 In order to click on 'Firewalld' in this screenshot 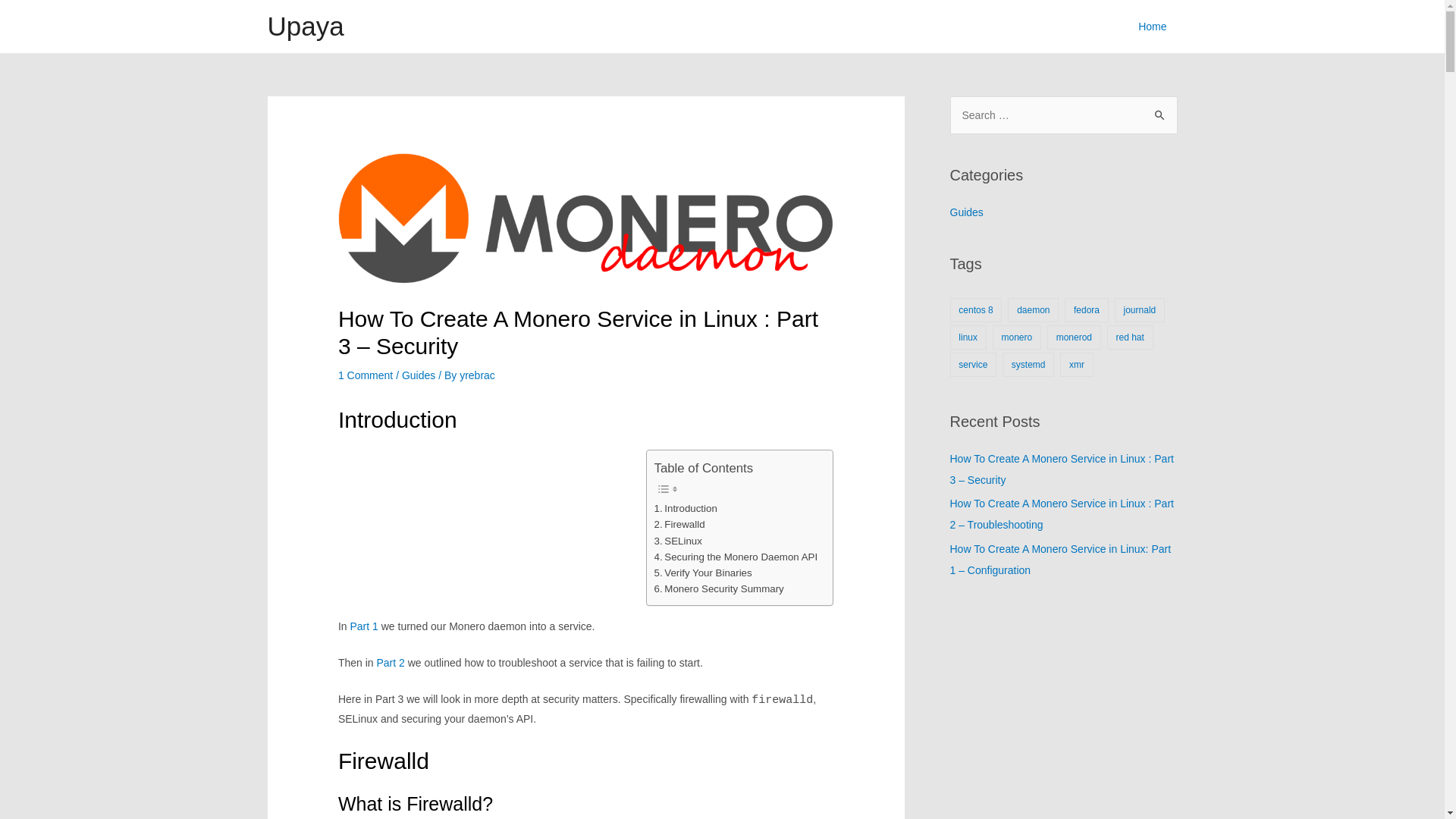, I will do `click(679, 523)`.